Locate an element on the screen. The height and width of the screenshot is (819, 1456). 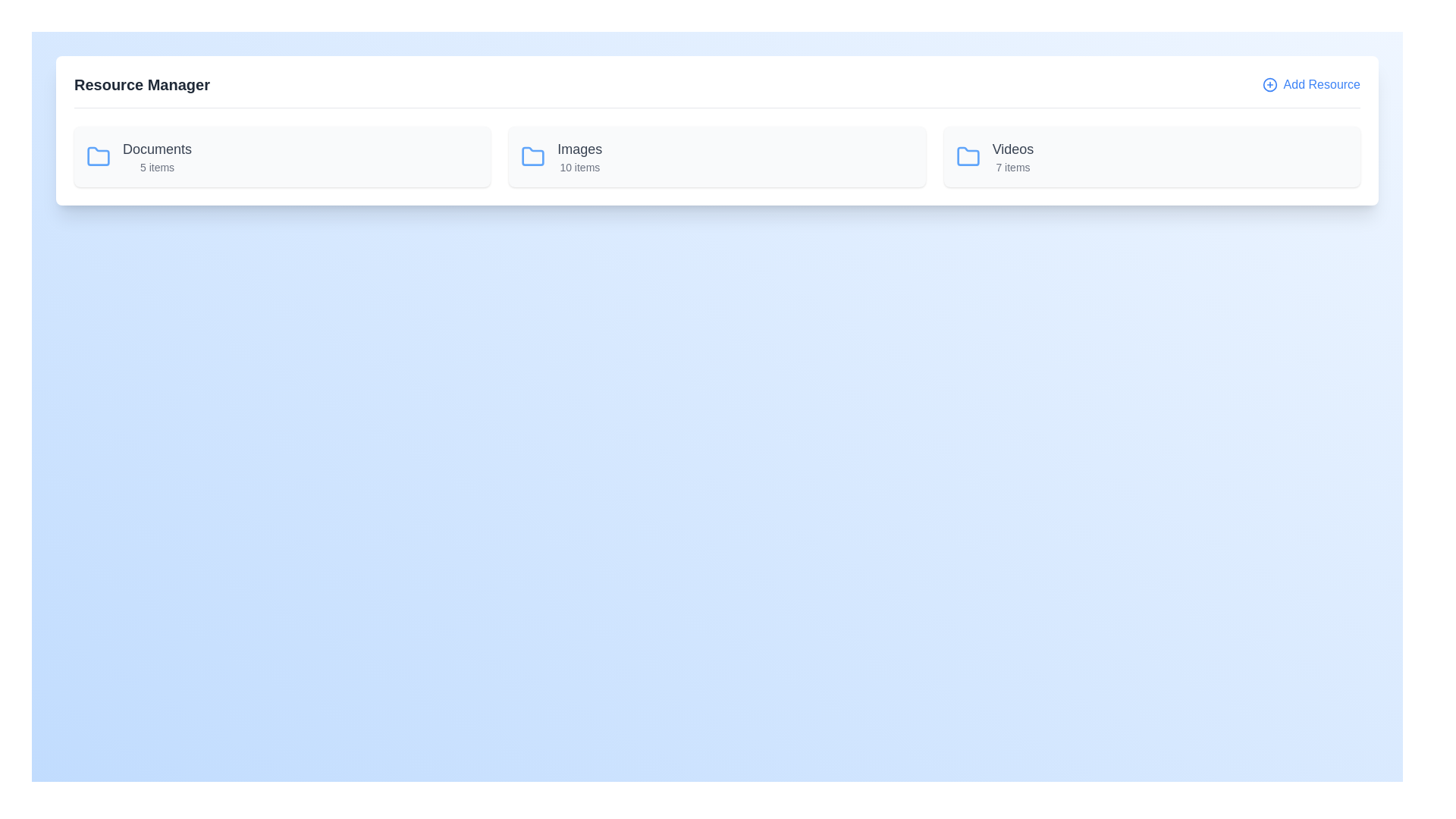
the 'Videos' text label is located at coordinates (1012, 157).